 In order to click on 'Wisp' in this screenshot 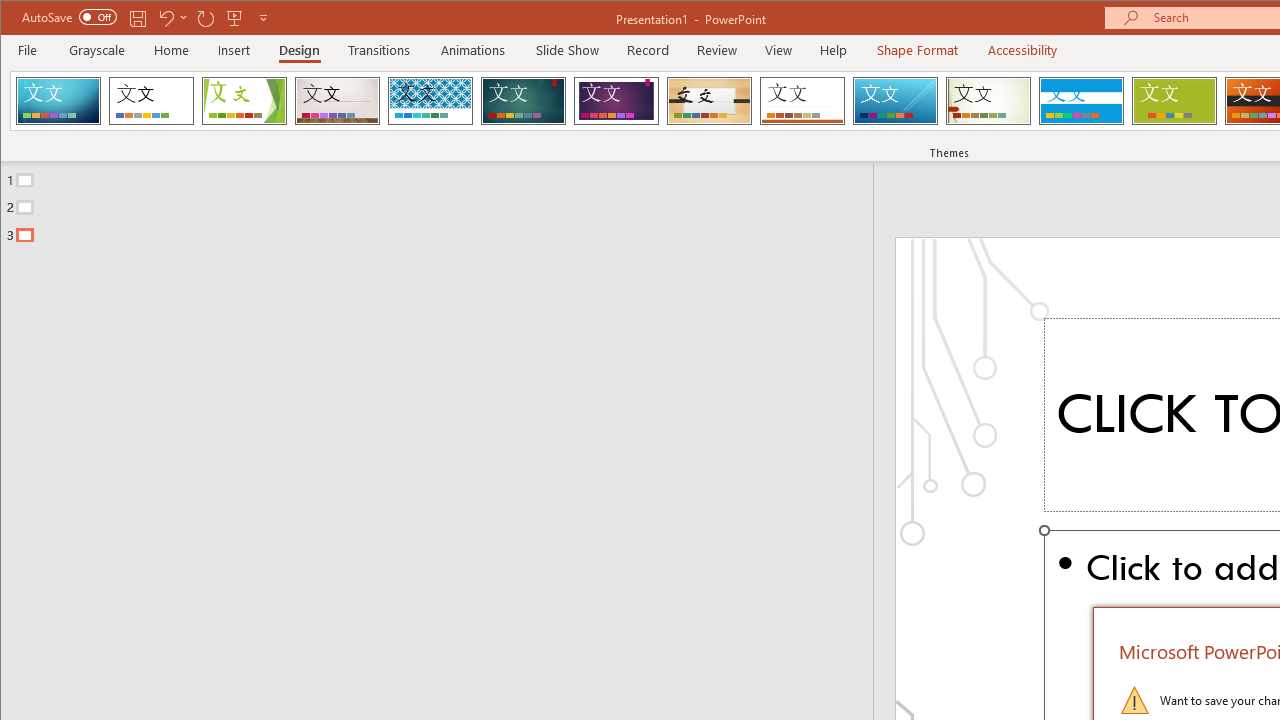, I will do `click(988, 100)`.